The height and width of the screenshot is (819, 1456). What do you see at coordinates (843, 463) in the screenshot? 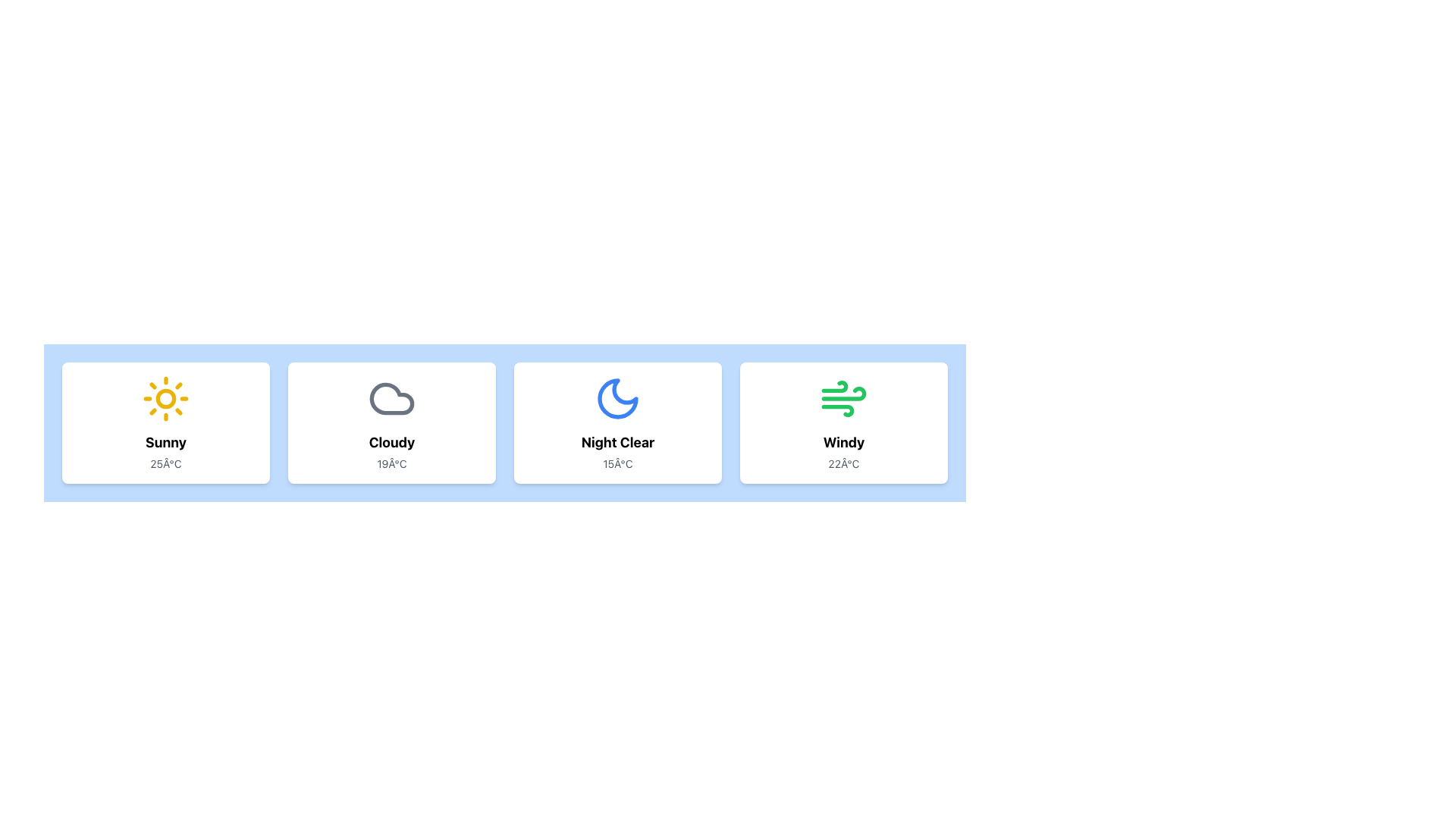
I see `the temperature display element showing '22°C' in gray text, which is located beneath the 'Windy' label within the card` at bounding box center [843, 463].